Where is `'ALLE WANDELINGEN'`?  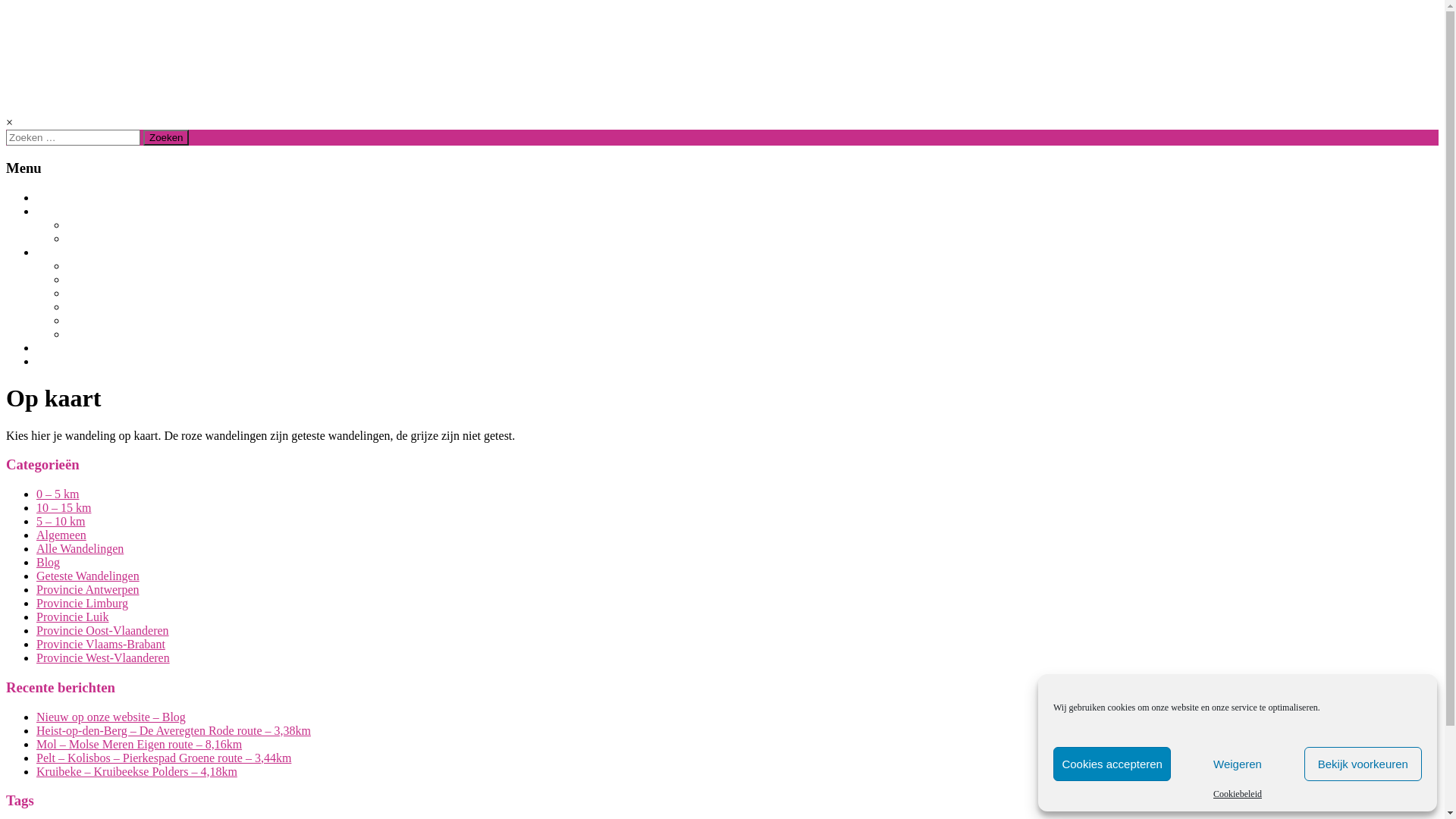
'ALLE WANDELINGEN' is located at coordinates (119, 225).